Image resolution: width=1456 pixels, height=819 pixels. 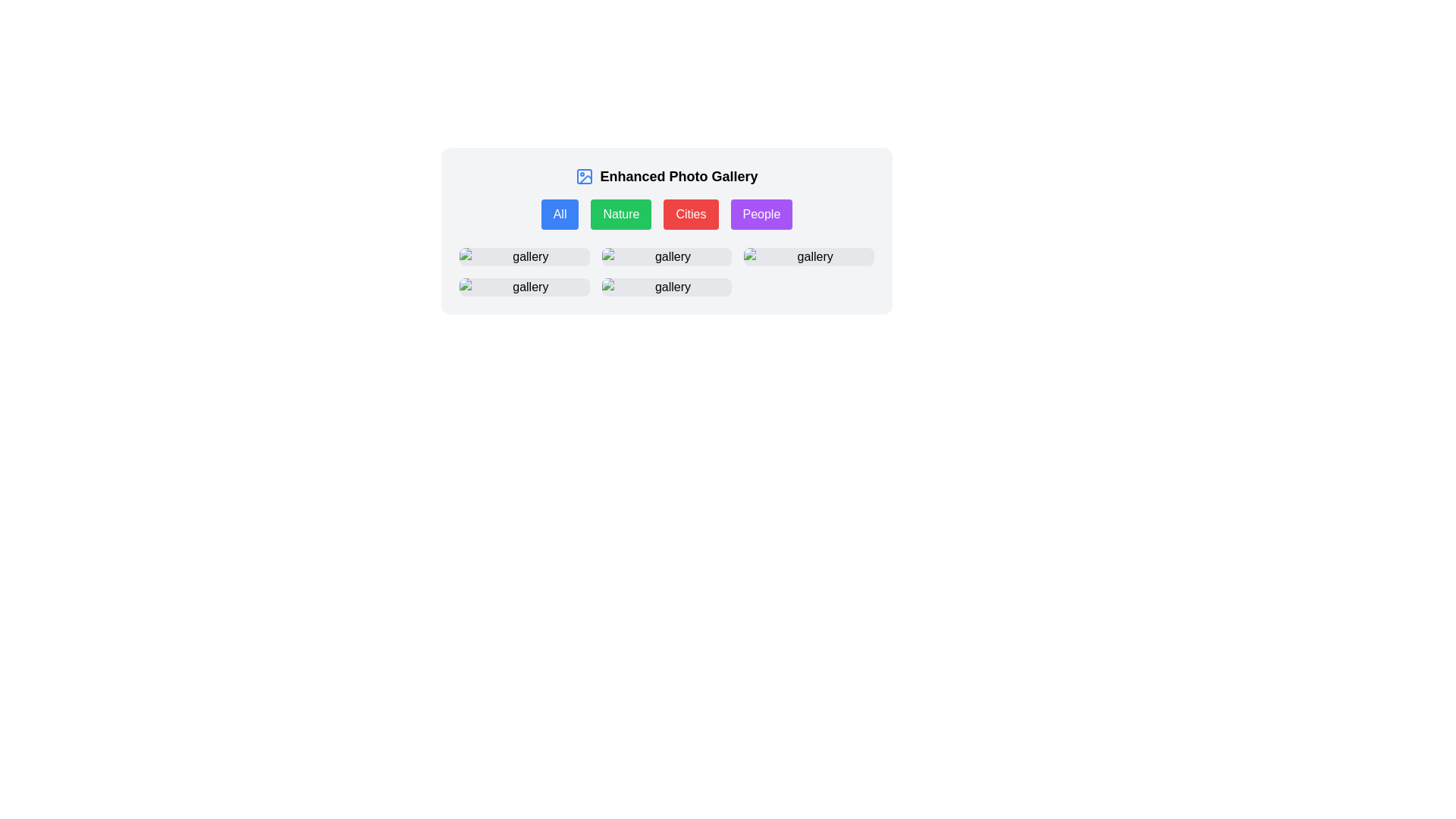 I want to click on the rounded rectangular graphical icon in the top-left section of the toolbar, which is part of the 'Enhanced Photo Gallery' interface, so click(x=584, y=175).